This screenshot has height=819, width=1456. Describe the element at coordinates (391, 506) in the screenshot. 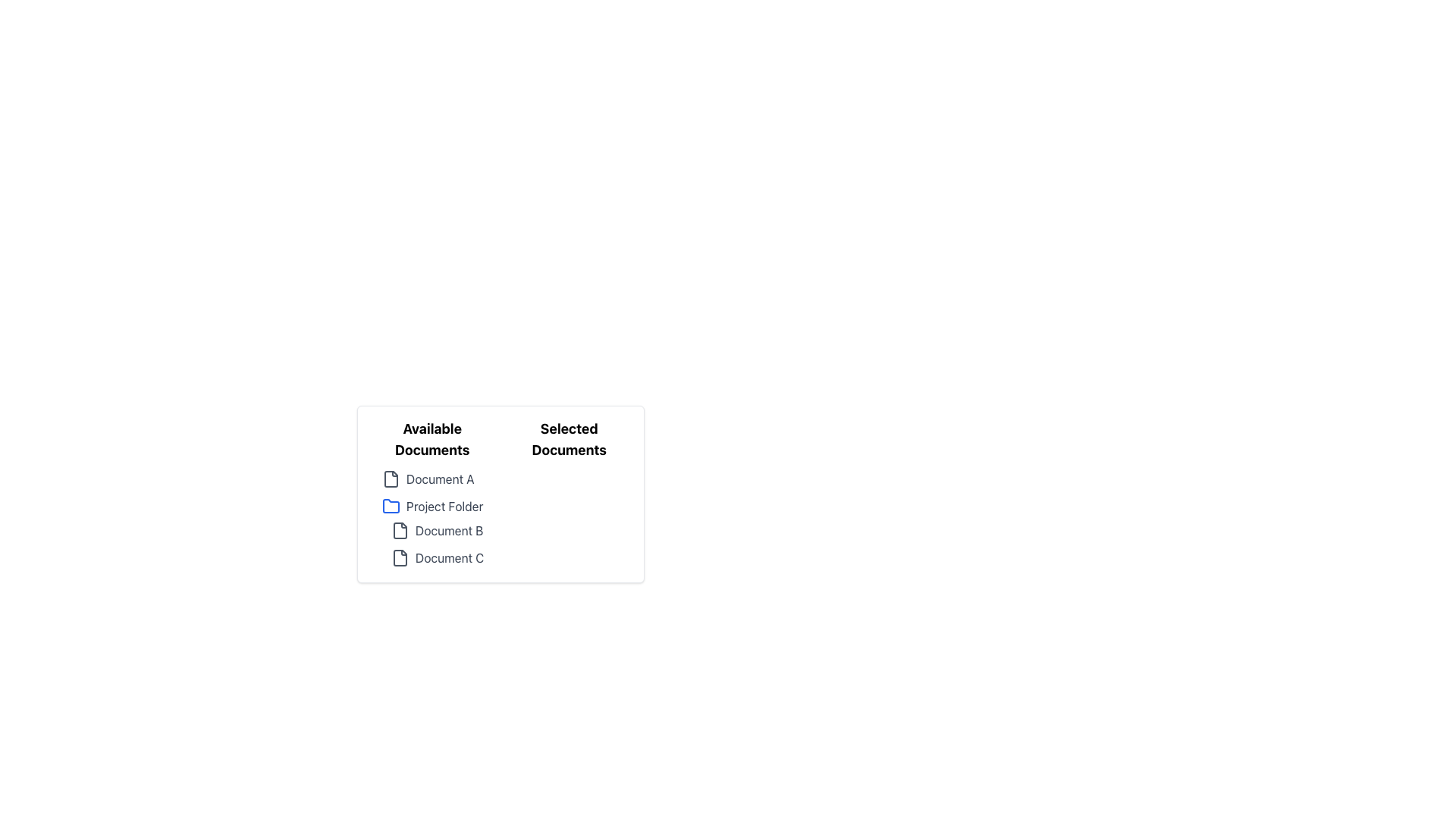

I see `the blue outlined folder icon associated with the 'Project Folder' label` at that location.